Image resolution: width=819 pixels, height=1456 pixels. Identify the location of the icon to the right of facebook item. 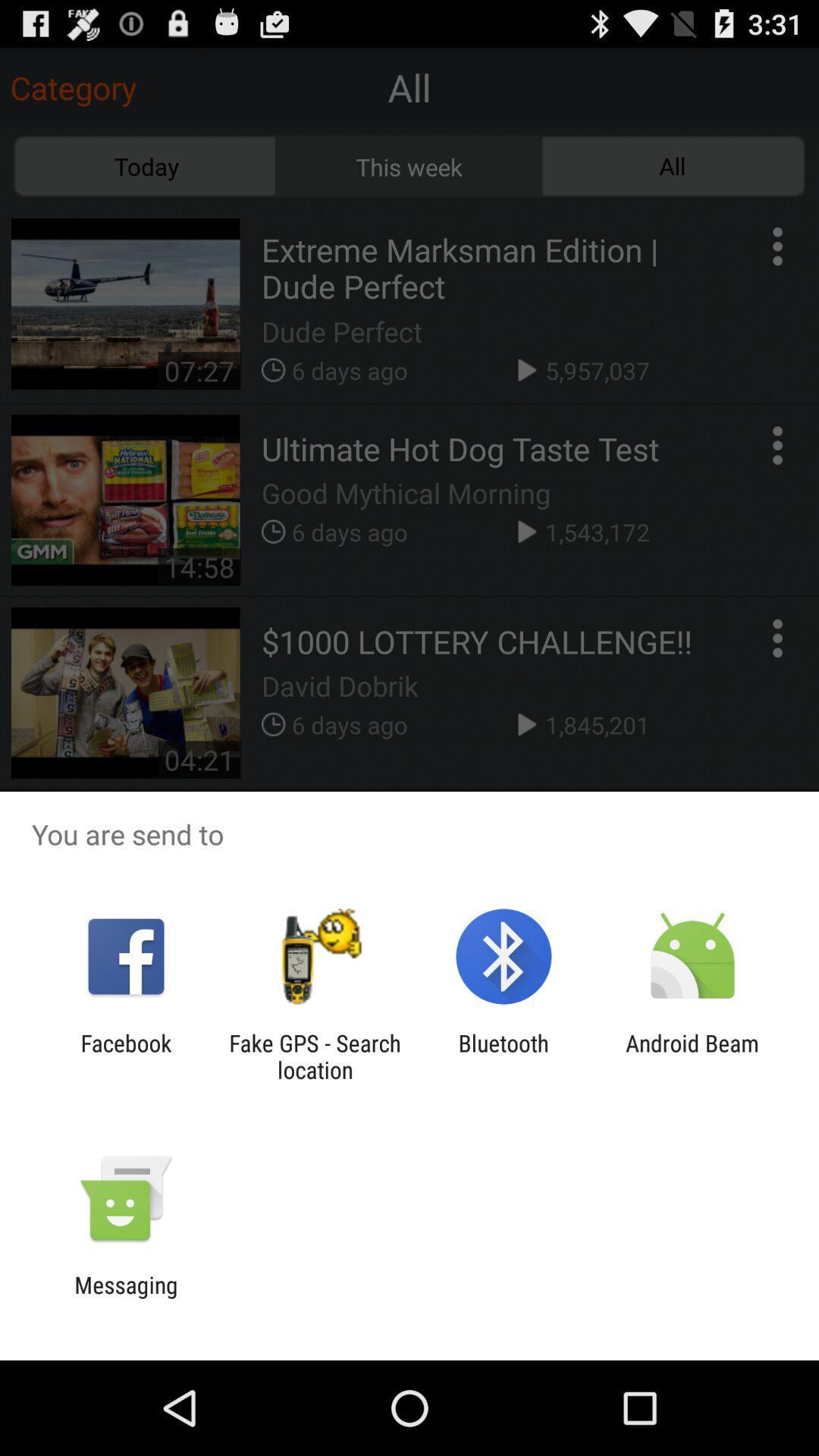
(314, 1056).